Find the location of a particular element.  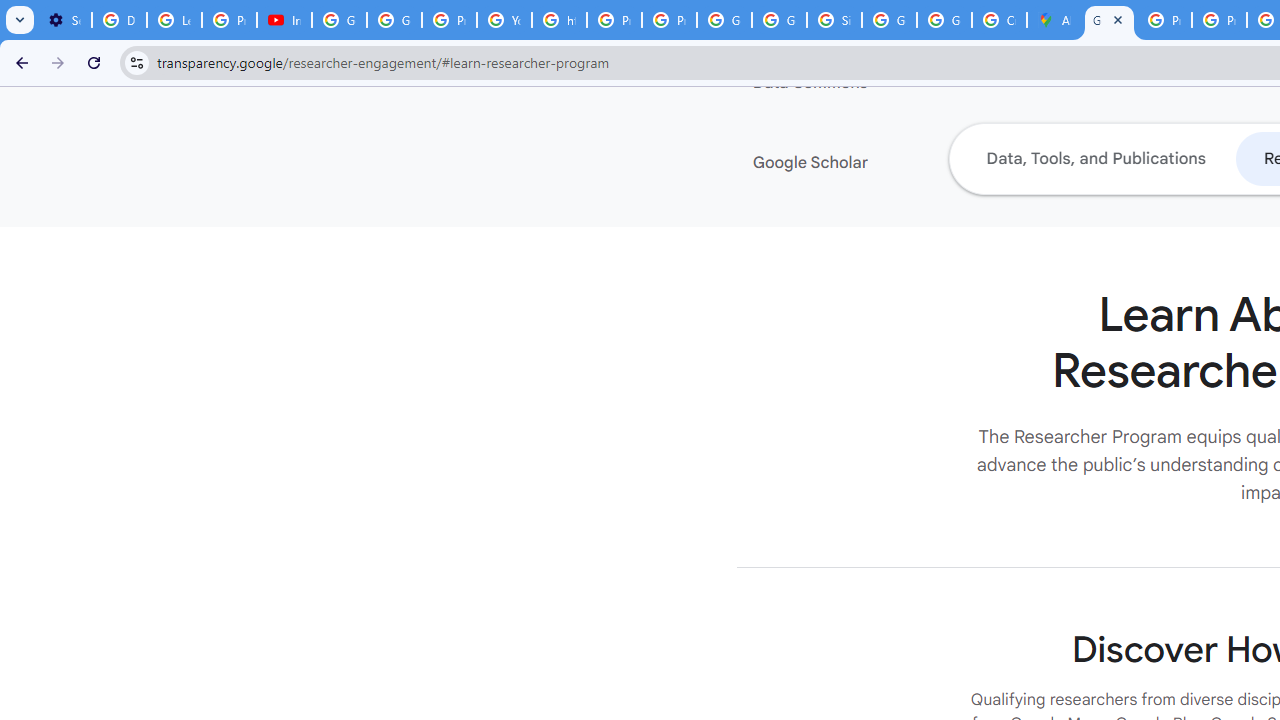

'Introduction | Google Privacy Policy - YouTube' is located at coordinates (283, 20).